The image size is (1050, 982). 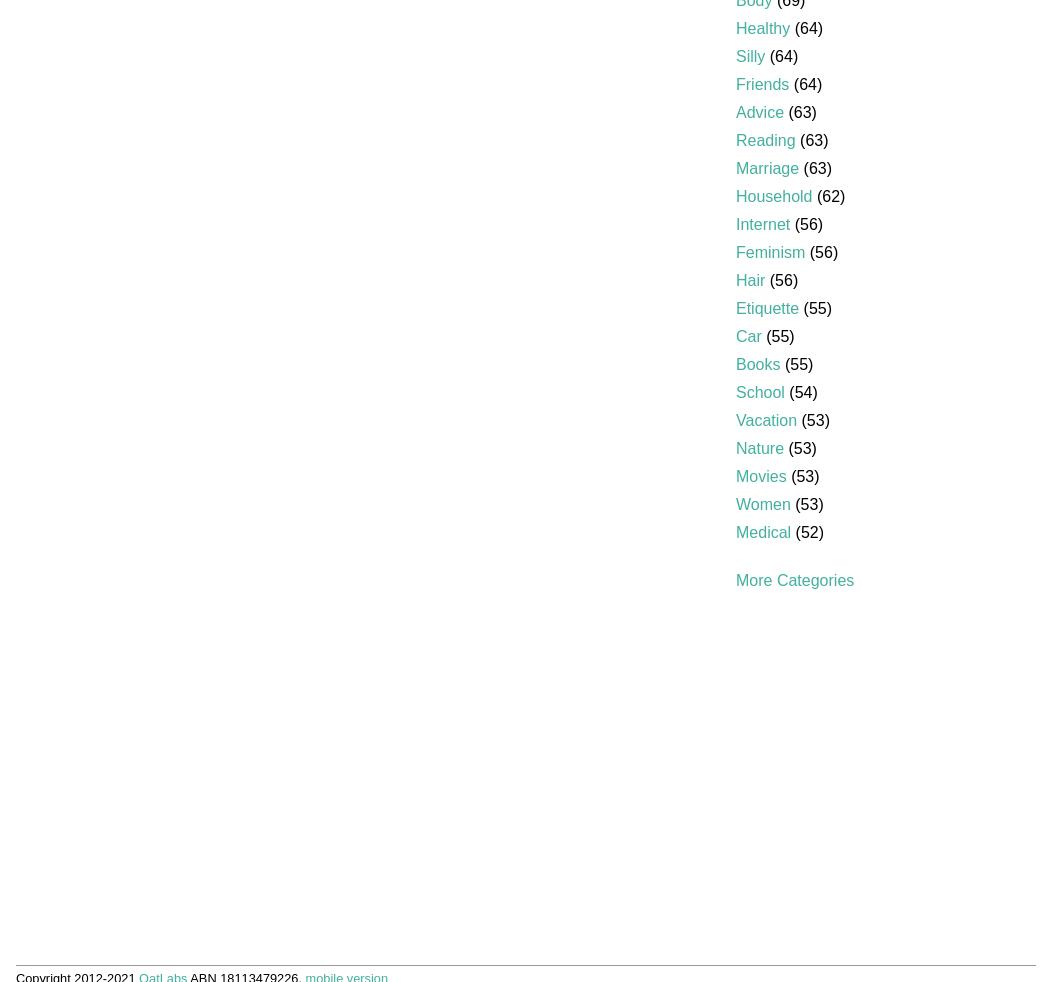 I want to click on 'Friends', so click(x=762, y=83).